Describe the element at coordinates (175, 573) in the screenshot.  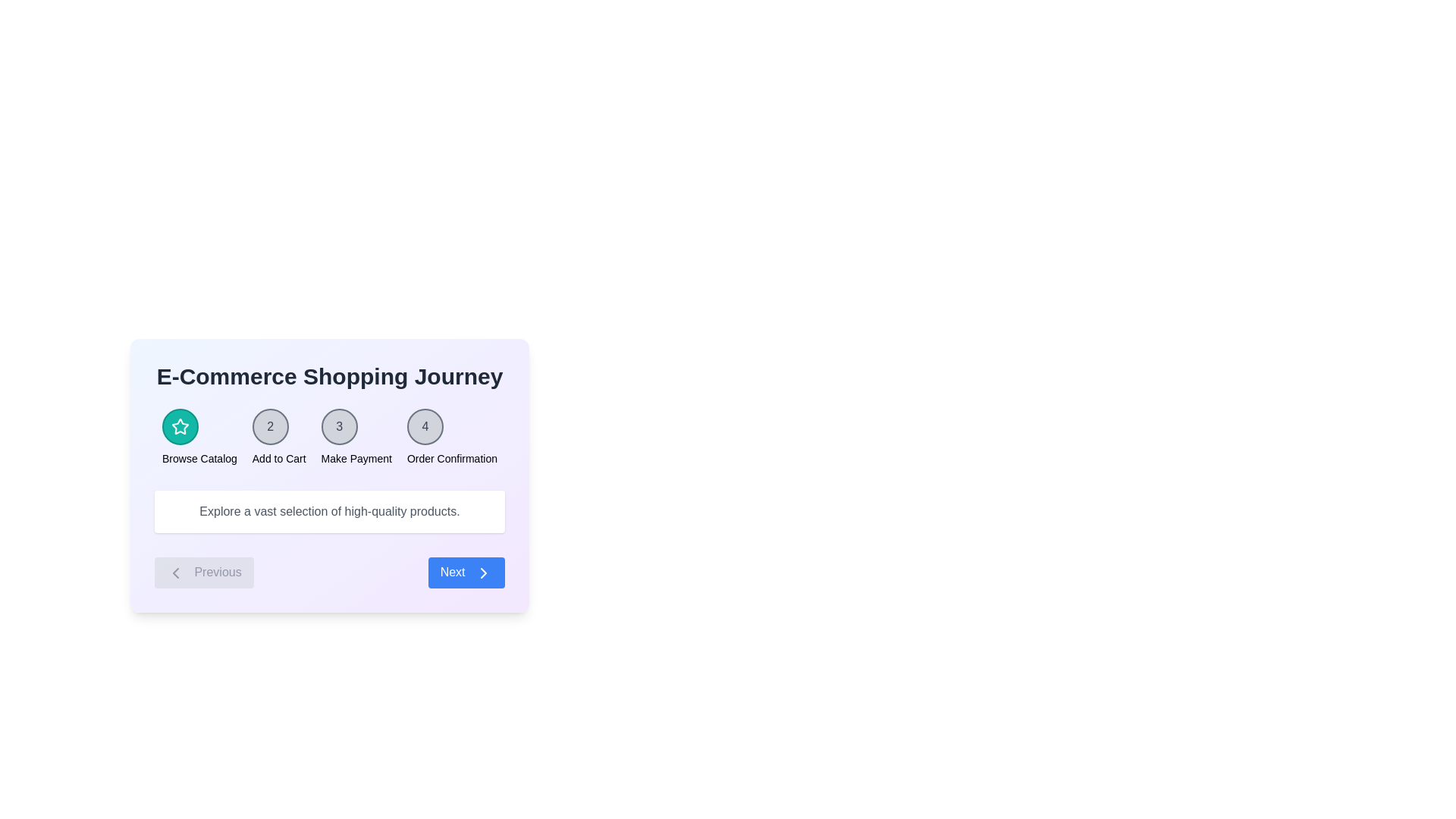
I see `the chevron-left icon within the 'Previous' button located at the bottom-left corner of the interface` at that location.